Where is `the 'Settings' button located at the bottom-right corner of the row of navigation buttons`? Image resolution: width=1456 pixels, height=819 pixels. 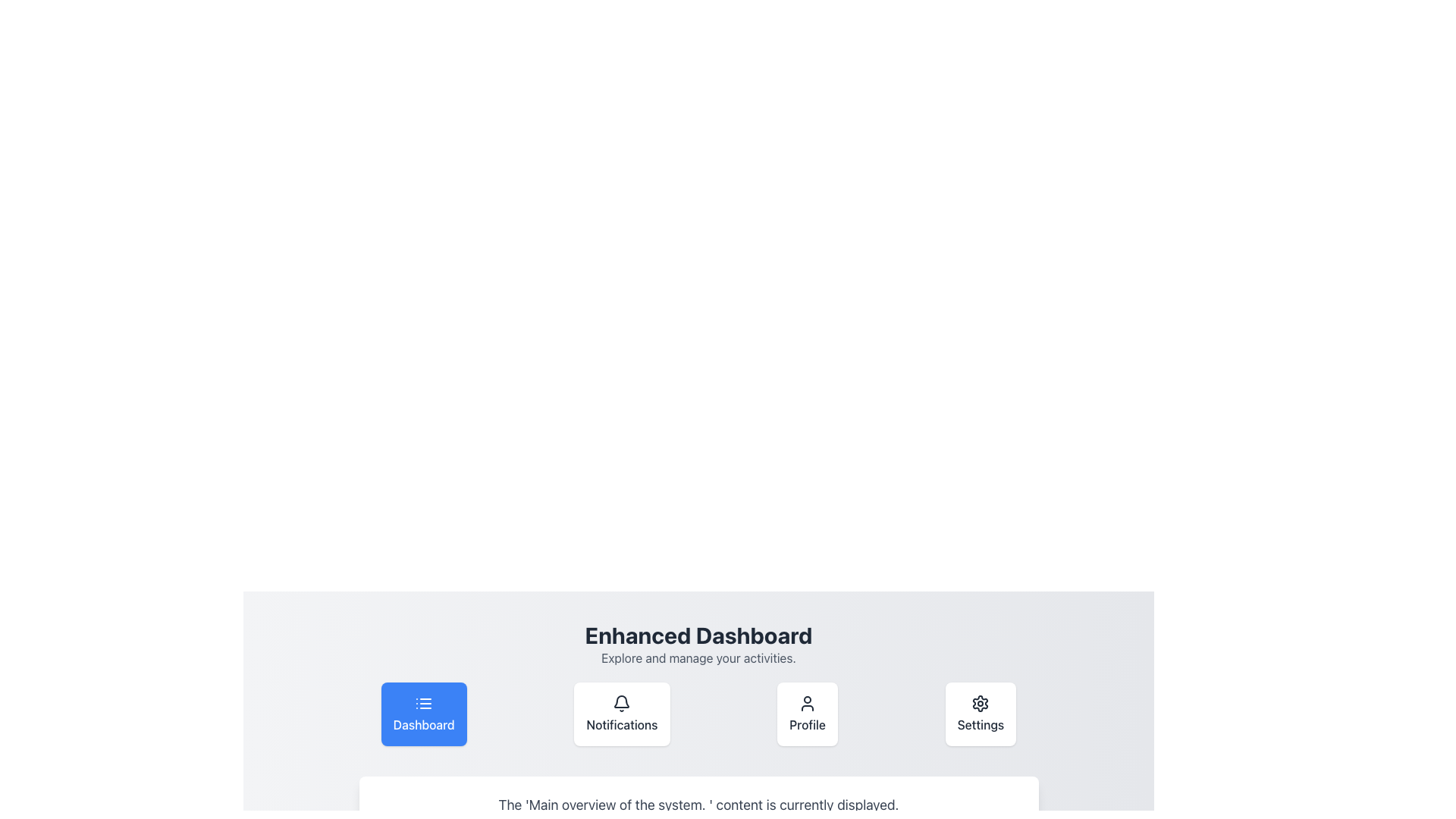 the 'Settings' button located at the bottom-right corner of the row of navigation buttons is located at coordinates (981, 714).